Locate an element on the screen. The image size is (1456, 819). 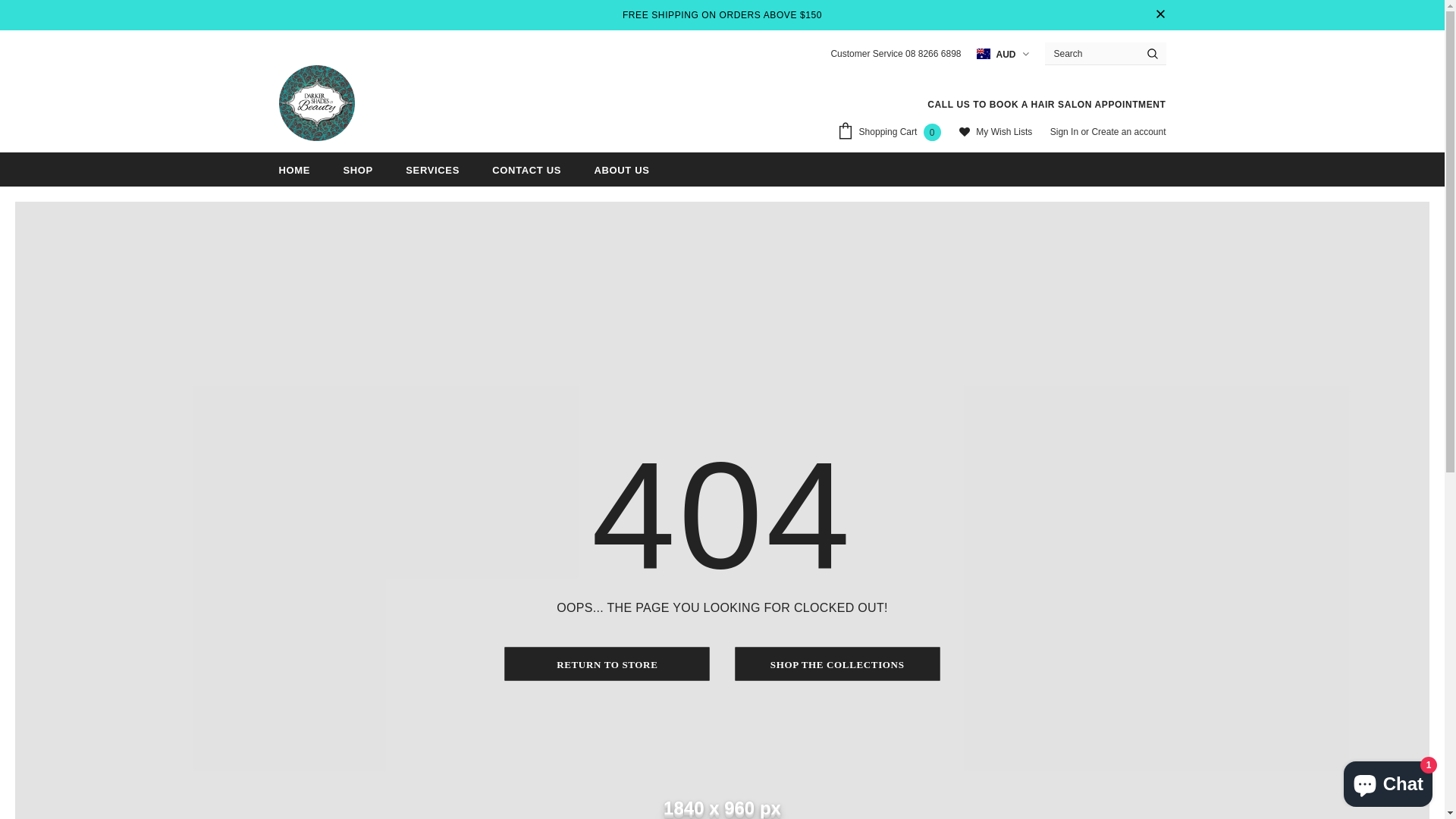
'CONTACT US' is located at coordinates (526, 169).